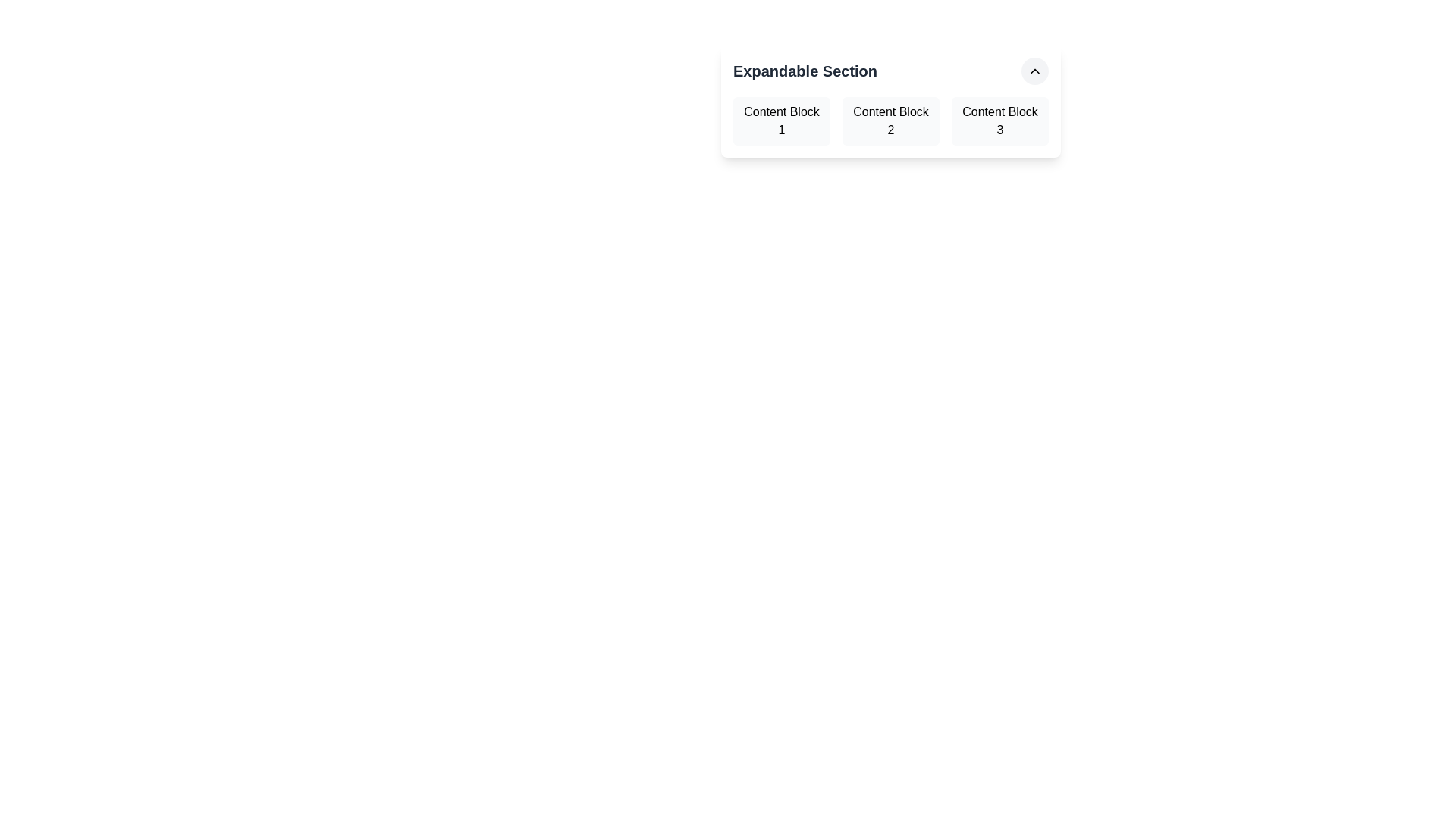  What do you see at coordinates (782, 120) in the screenshot?
I see `the leftmost Static content block within the 'Expandable Section' that serves as a content display box` at bounding box center [782, 120].